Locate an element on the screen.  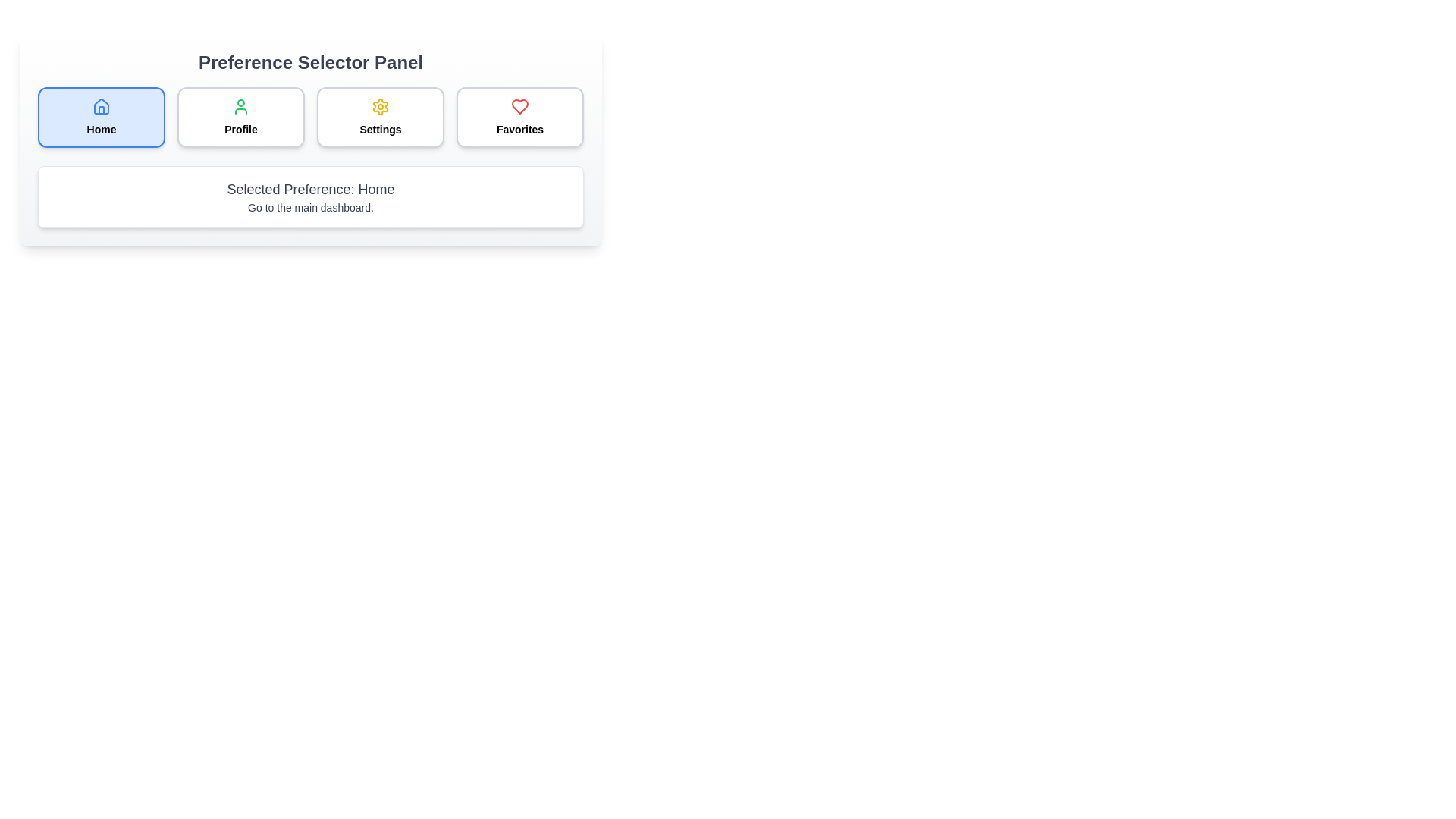
the 'Favorites' text label, which is slightly bold, small, and styled in black, positioned below a red heart icon within a white rounded rectangular button is located at coordinates (520, 128).